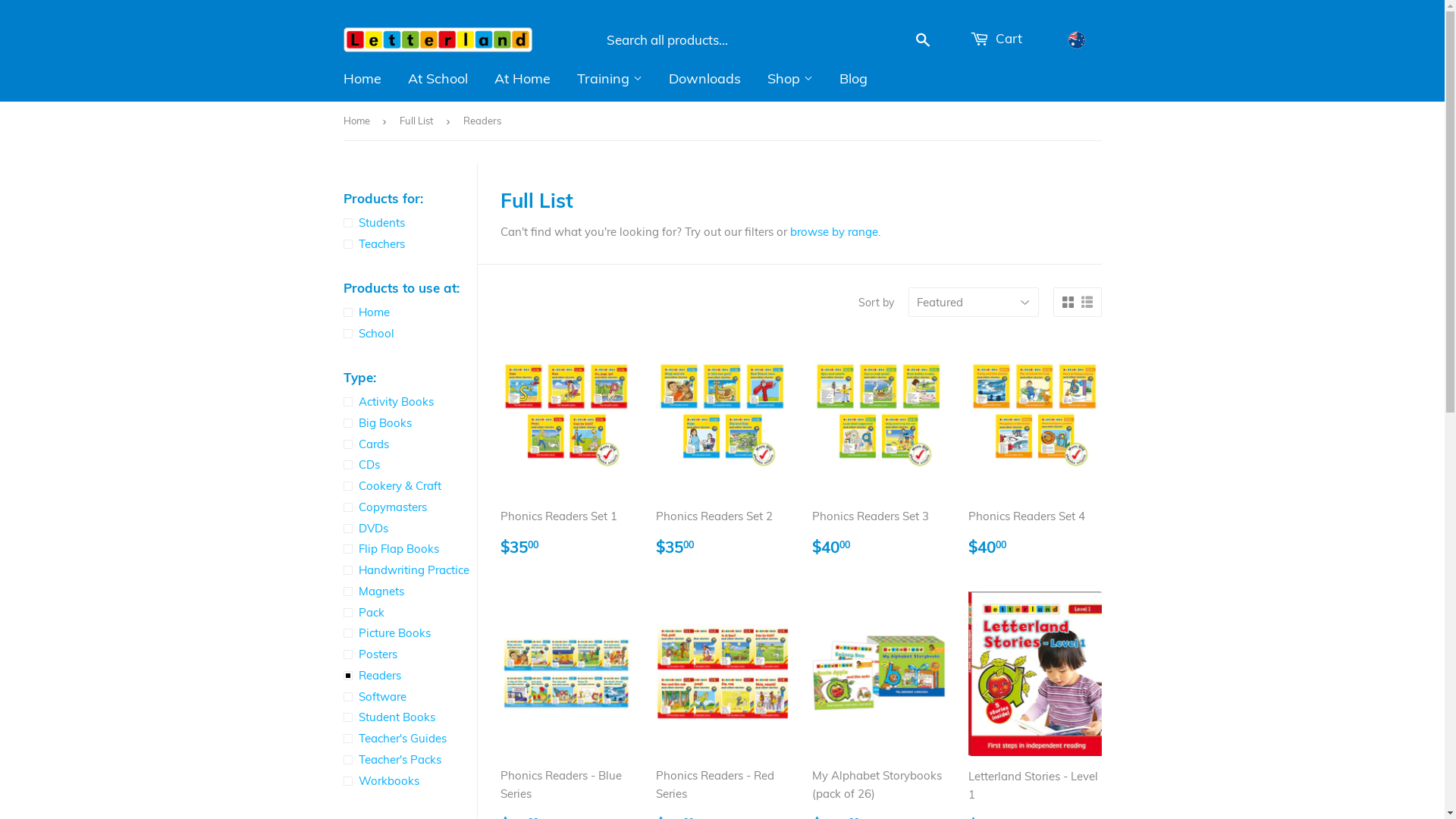 The height and width of the screenshot is (819, 1456). What do you see at coordinates (409, 654) in the screenshot?
I see `'Posters'` at bounding box center [409, 654].